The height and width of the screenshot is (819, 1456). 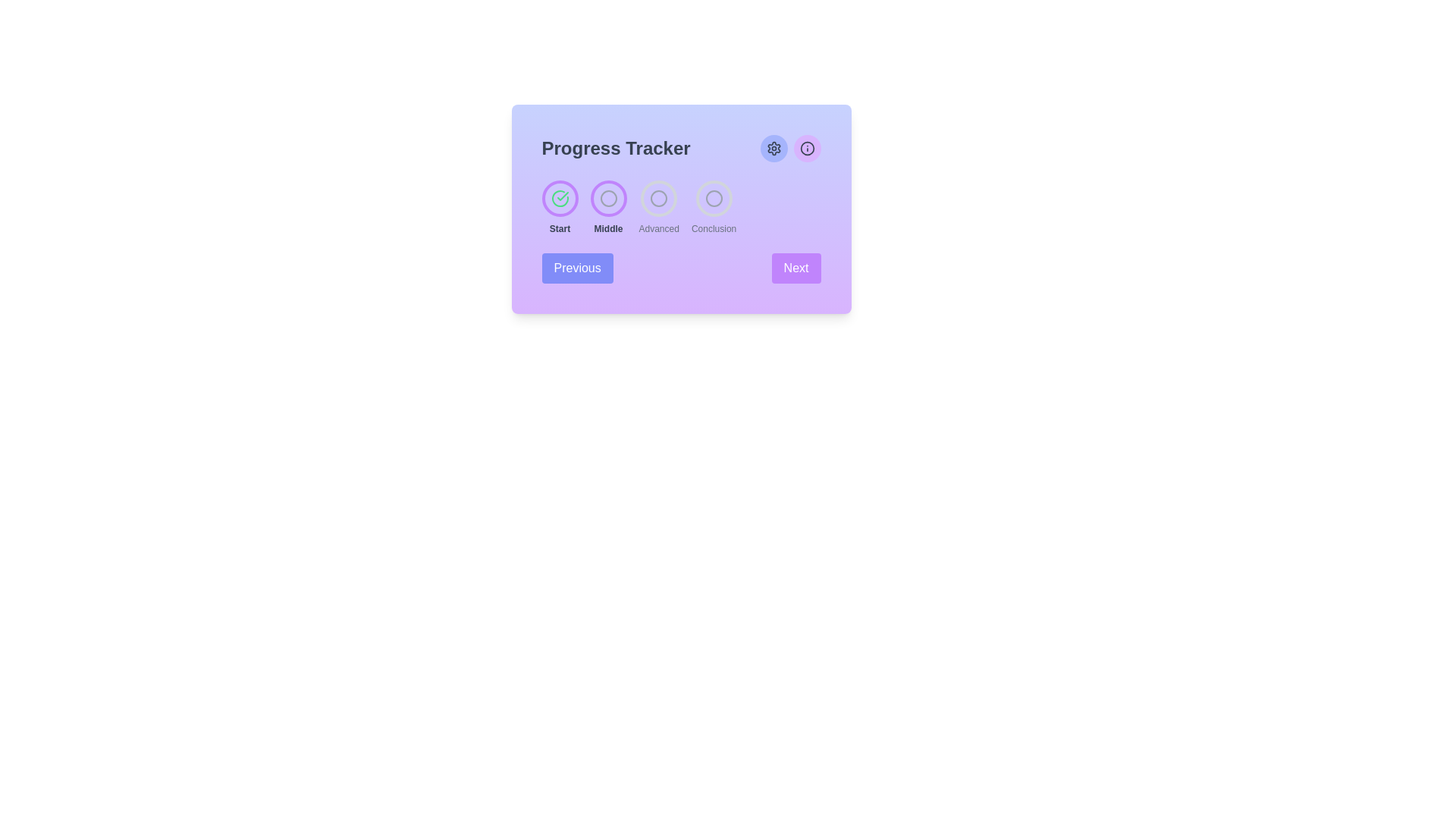 I want to click on the progress status across the four labeled circular progress indicators in the 'Progress Tracker' widget, which includes 'Start', 'Middle', 'Advanced', and 'Conclusion', so click(x=680, y=207).